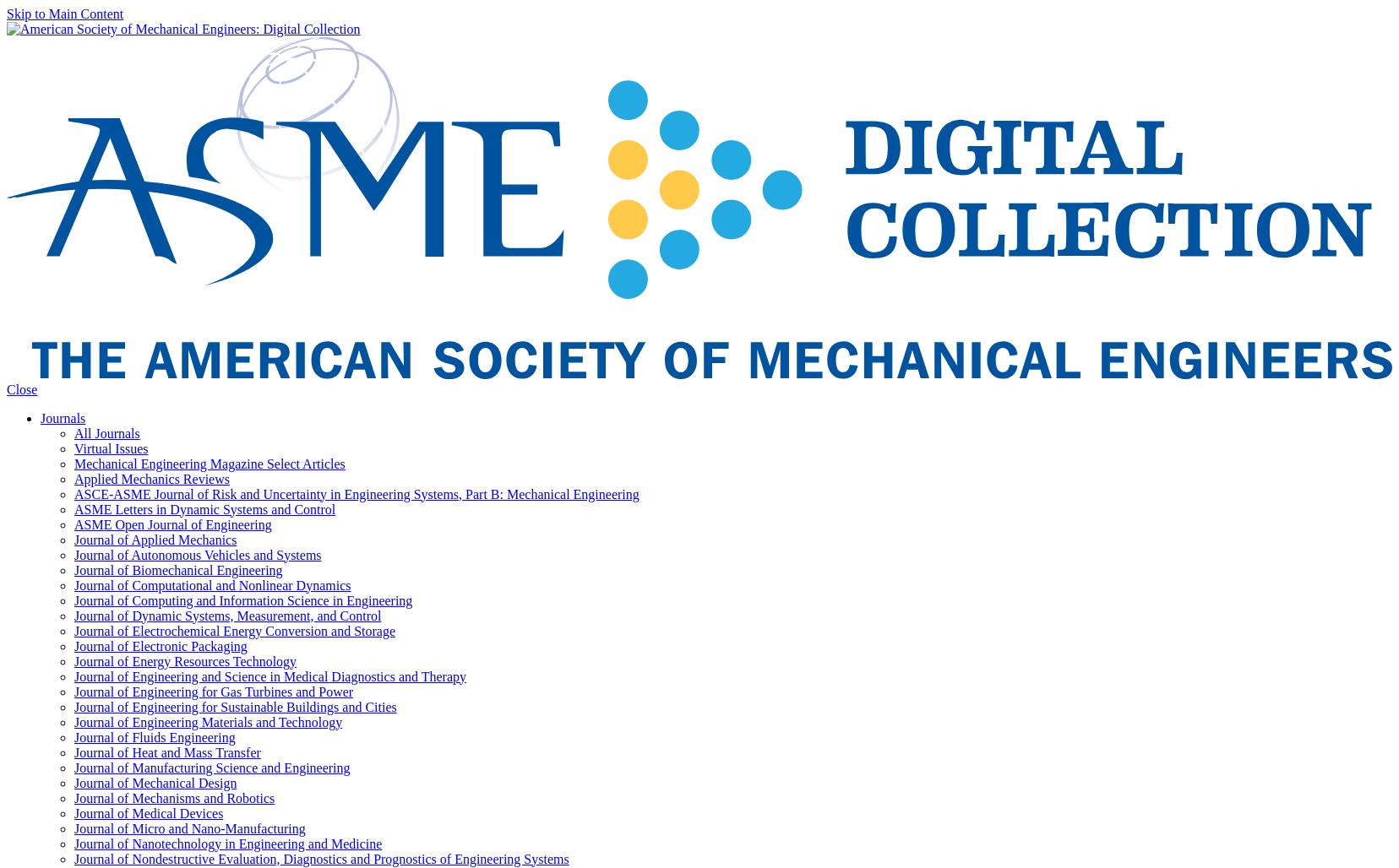 The height and width of the screenshot is (868, 1399). I want to click on 'Journal of Electronic Packaging', so click(159, 644).